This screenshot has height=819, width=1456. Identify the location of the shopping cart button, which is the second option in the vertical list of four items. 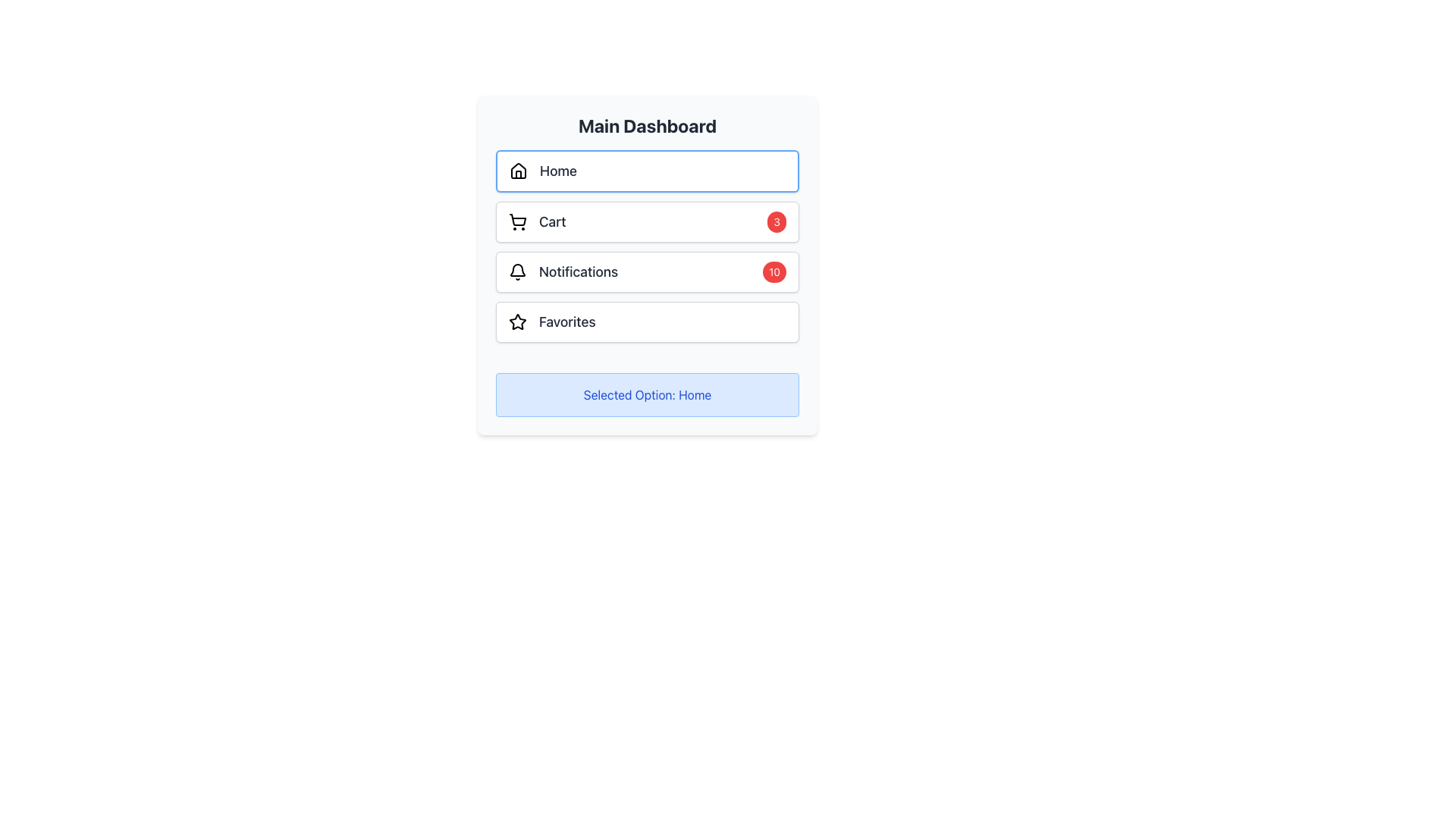
(648, 222).